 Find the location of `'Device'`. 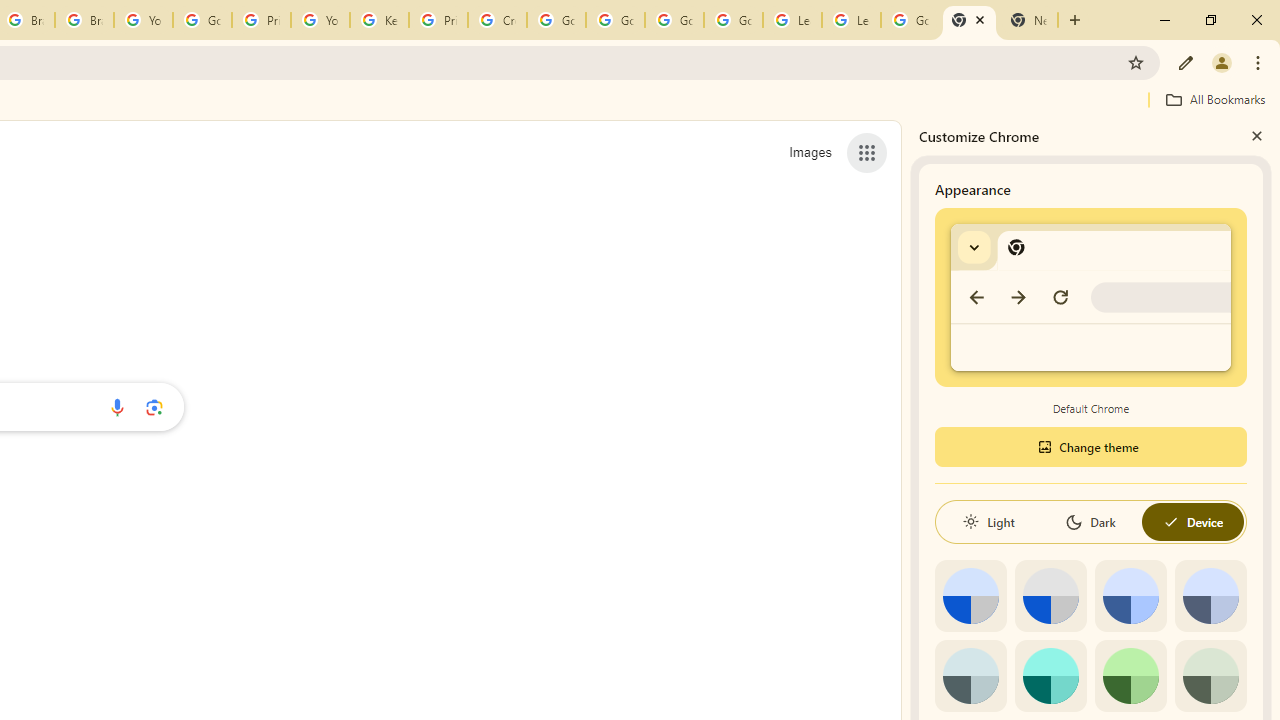

'Device' is located at coordinates (1192, 521).